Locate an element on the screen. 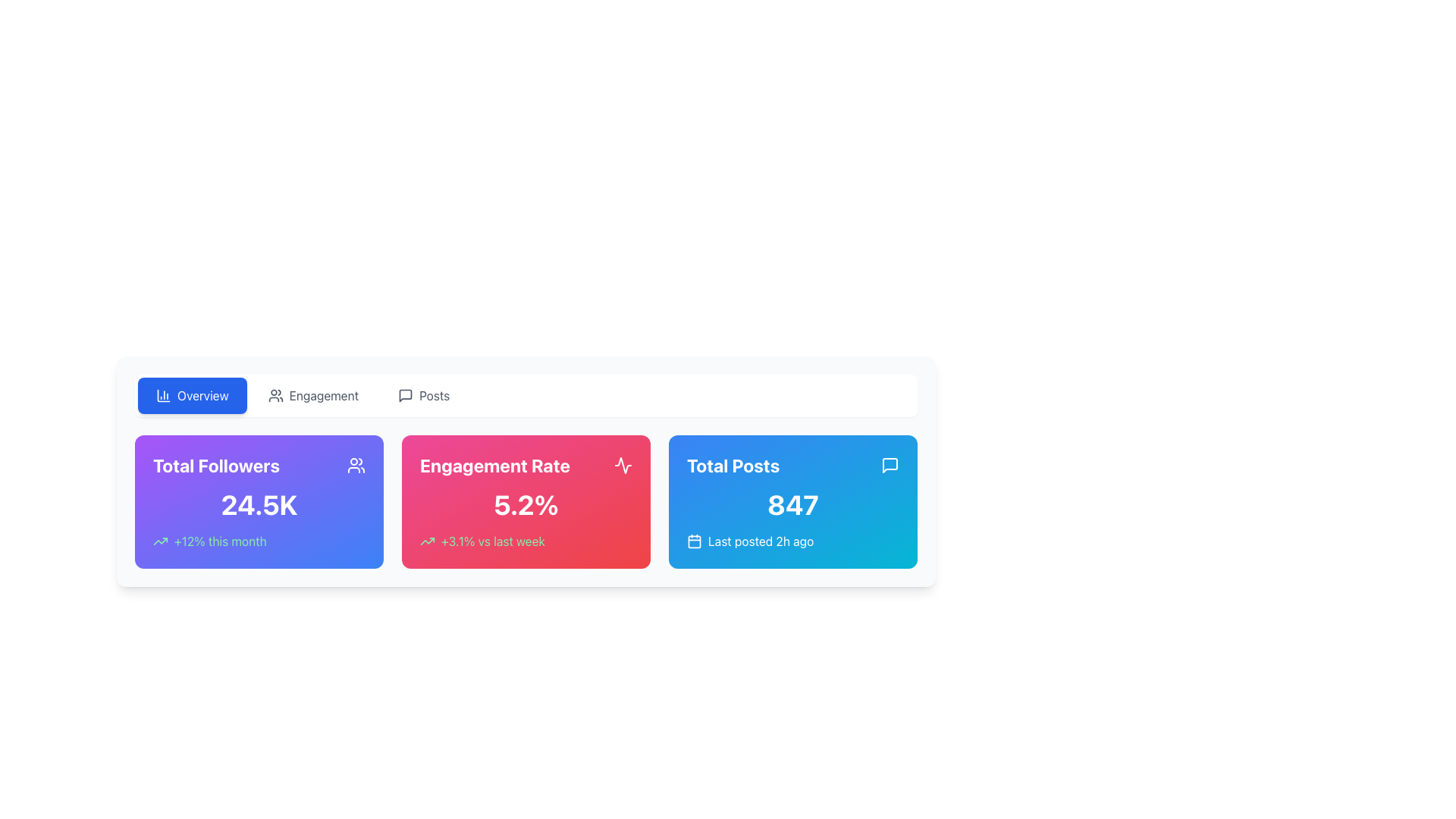  the text label displaying '+12% this month' in light green, which is part of the Total Followers card with a purple background is located at coordinates (219, 540).